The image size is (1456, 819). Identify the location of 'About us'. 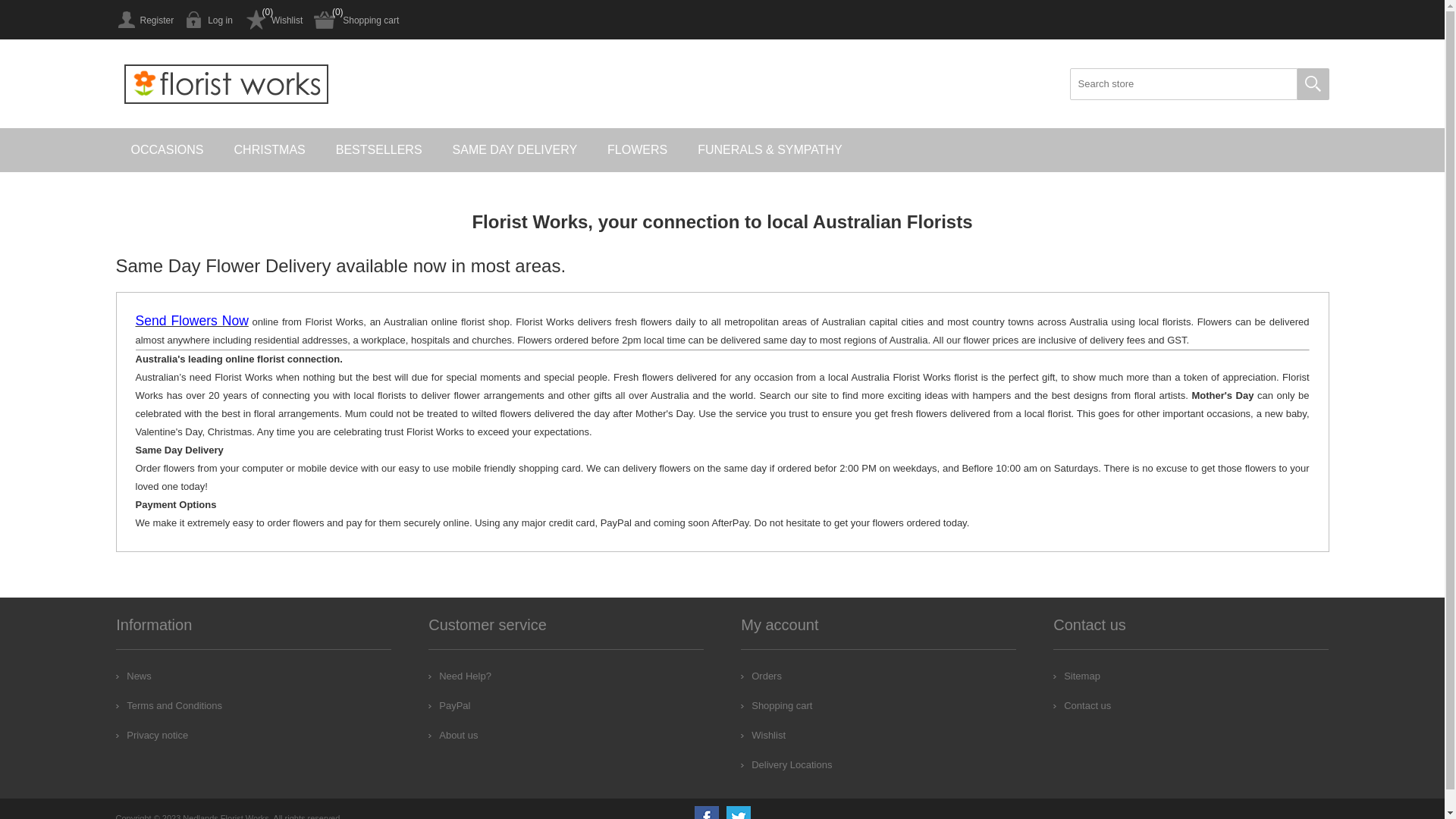
(428, 734).